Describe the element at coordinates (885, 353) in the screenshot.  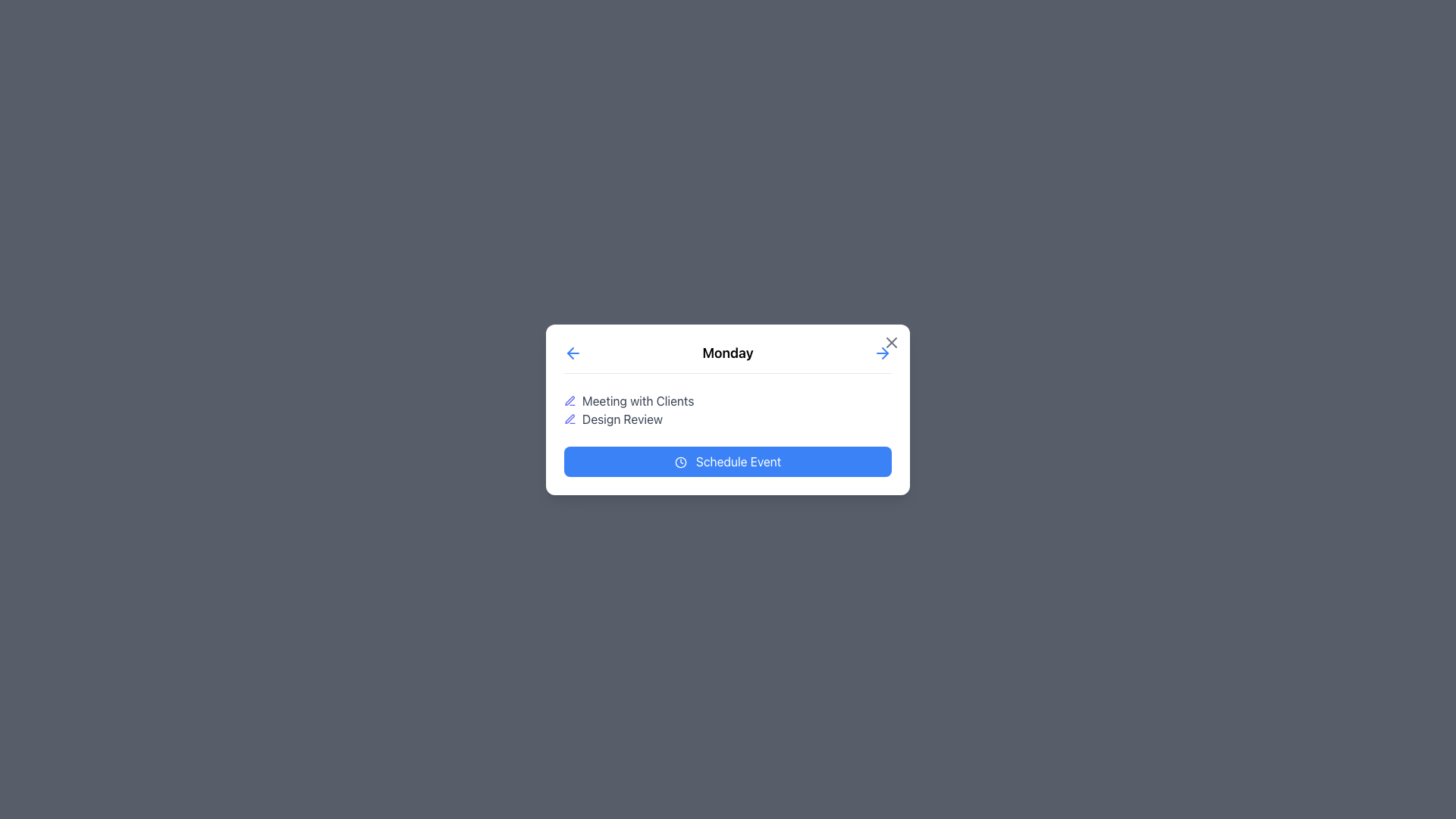
I see `the right arrow icon in the top-right corner of the modal dialog` at that location.